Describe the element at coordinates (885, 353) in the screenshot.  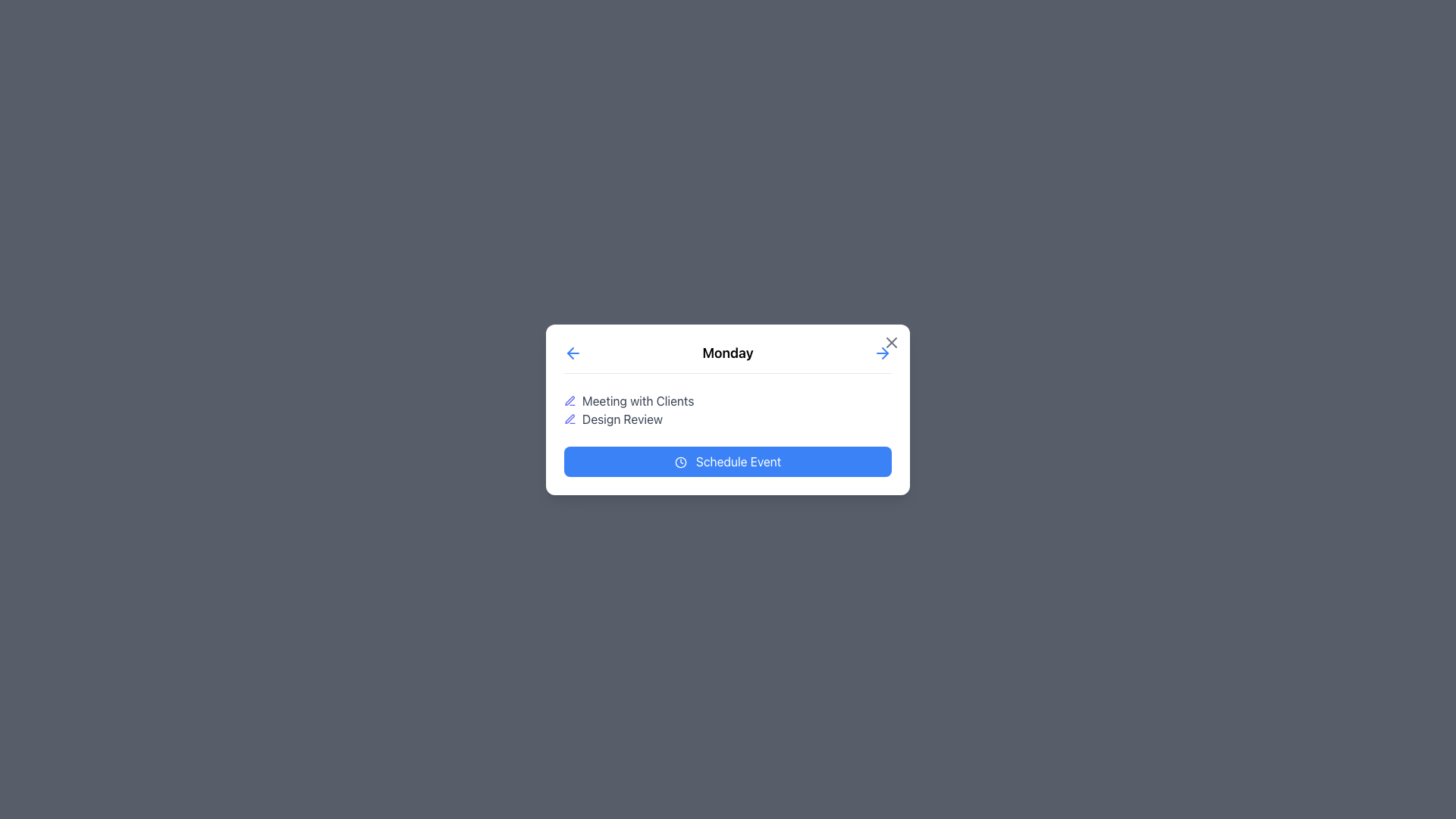
I see `the right arrow icon in the top-right corner of the modal dialog` at that location.